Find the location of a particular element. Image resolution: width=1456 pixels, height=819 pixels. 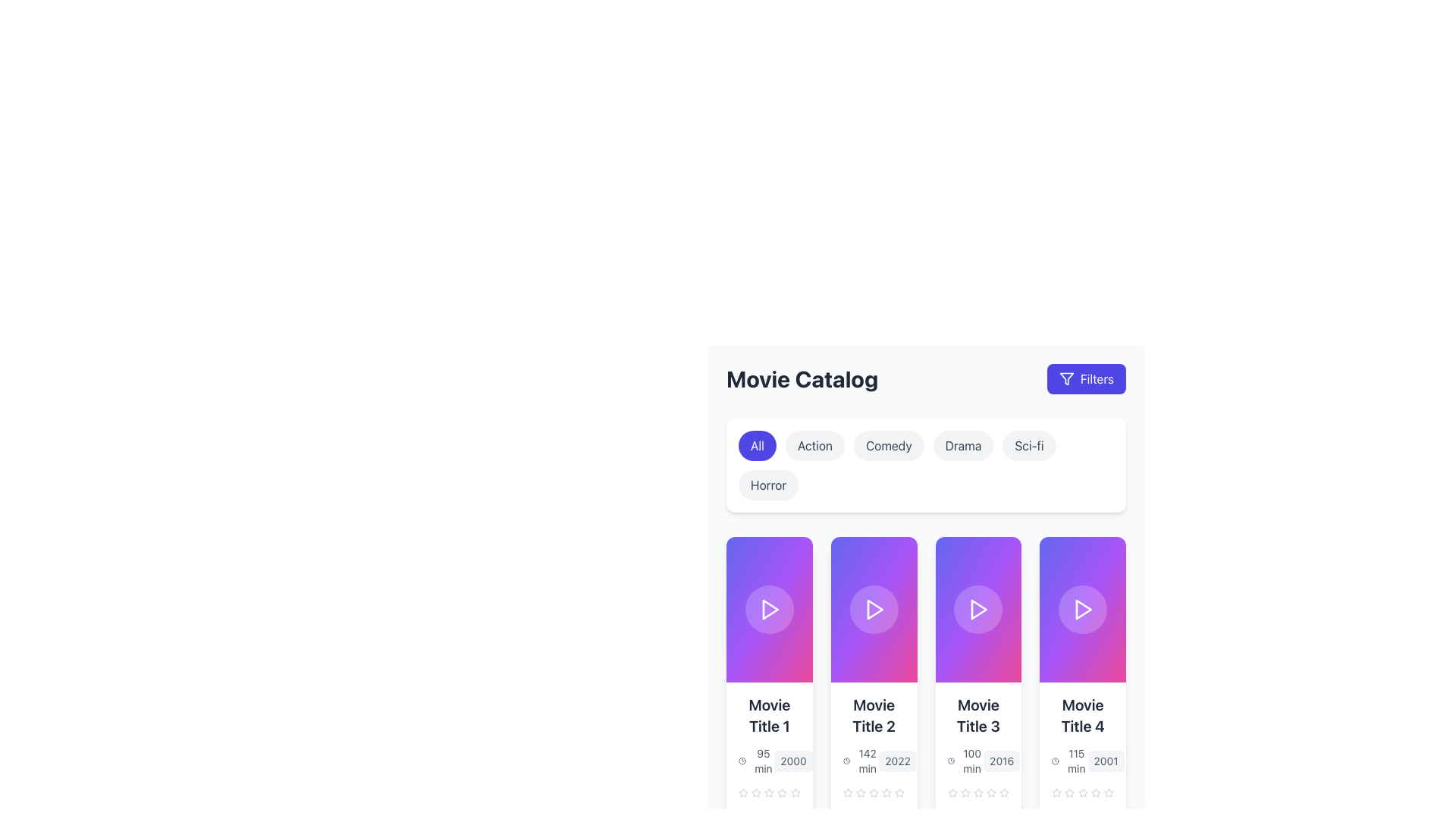

on the sixth star icon from the left in the rating sequence below the 'Movie Title 1' section is located at coordinates (783, 792).